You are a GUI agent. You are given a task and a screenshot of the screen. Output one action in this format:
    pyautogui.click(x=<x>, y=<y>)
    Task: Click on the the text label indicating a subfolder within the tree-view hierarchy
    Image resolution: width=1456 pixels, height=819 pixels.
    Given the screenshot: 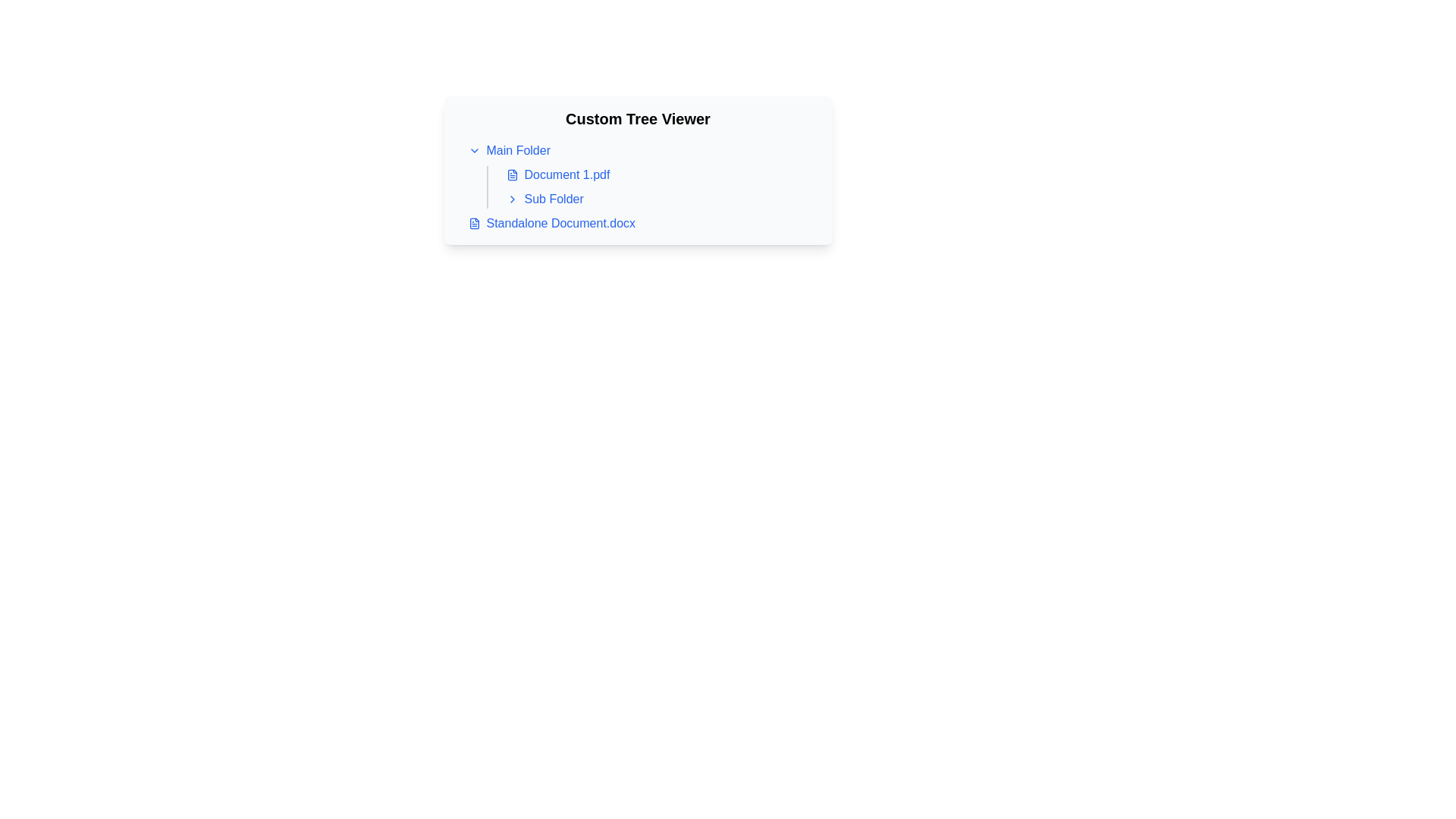 What is the action you would take?
    pyautogui.click(x=553, y=198)
    